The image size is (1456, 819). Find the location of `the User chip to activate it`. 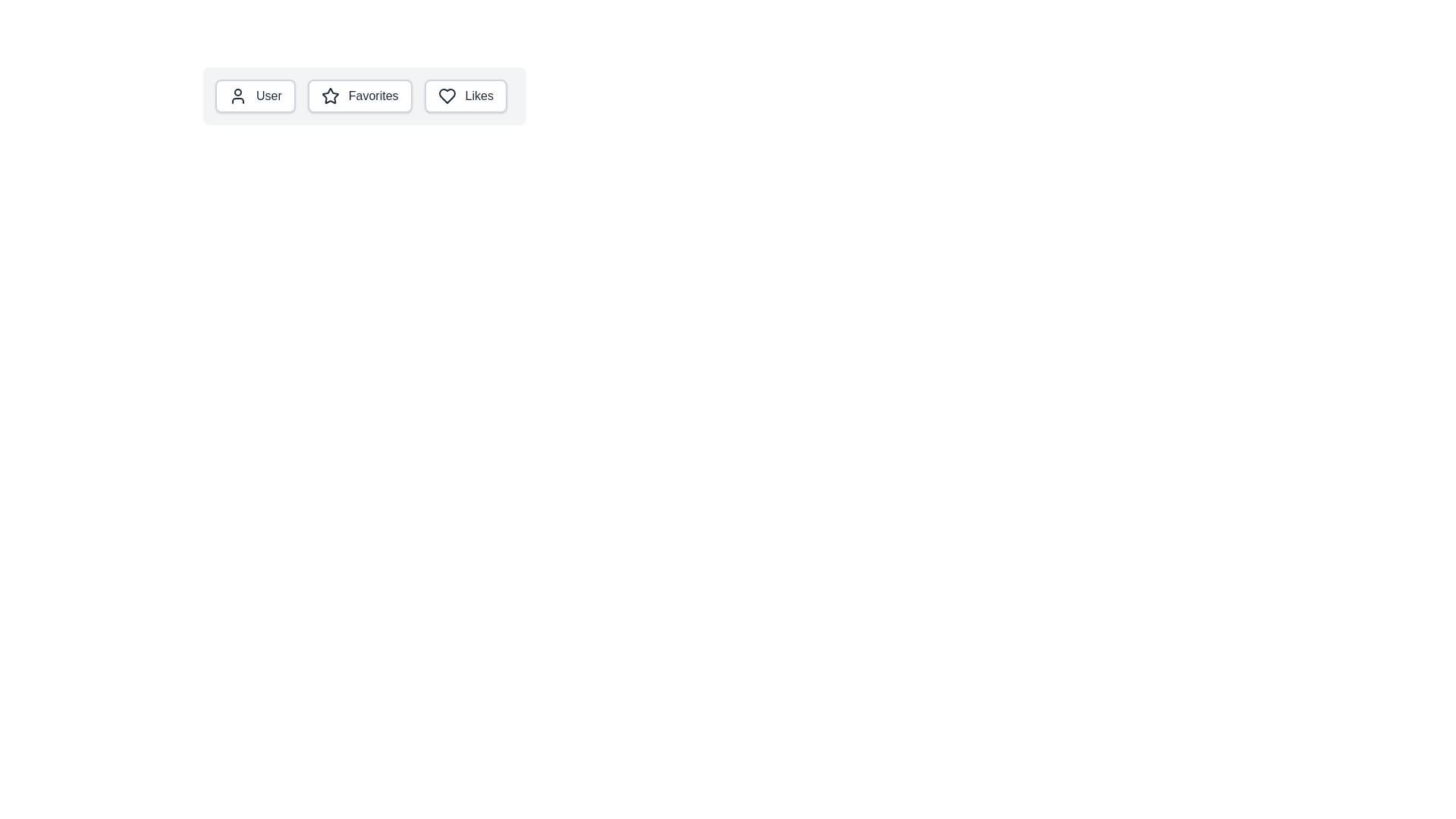

the User chip to activate it is located at coordinates (255, 96).